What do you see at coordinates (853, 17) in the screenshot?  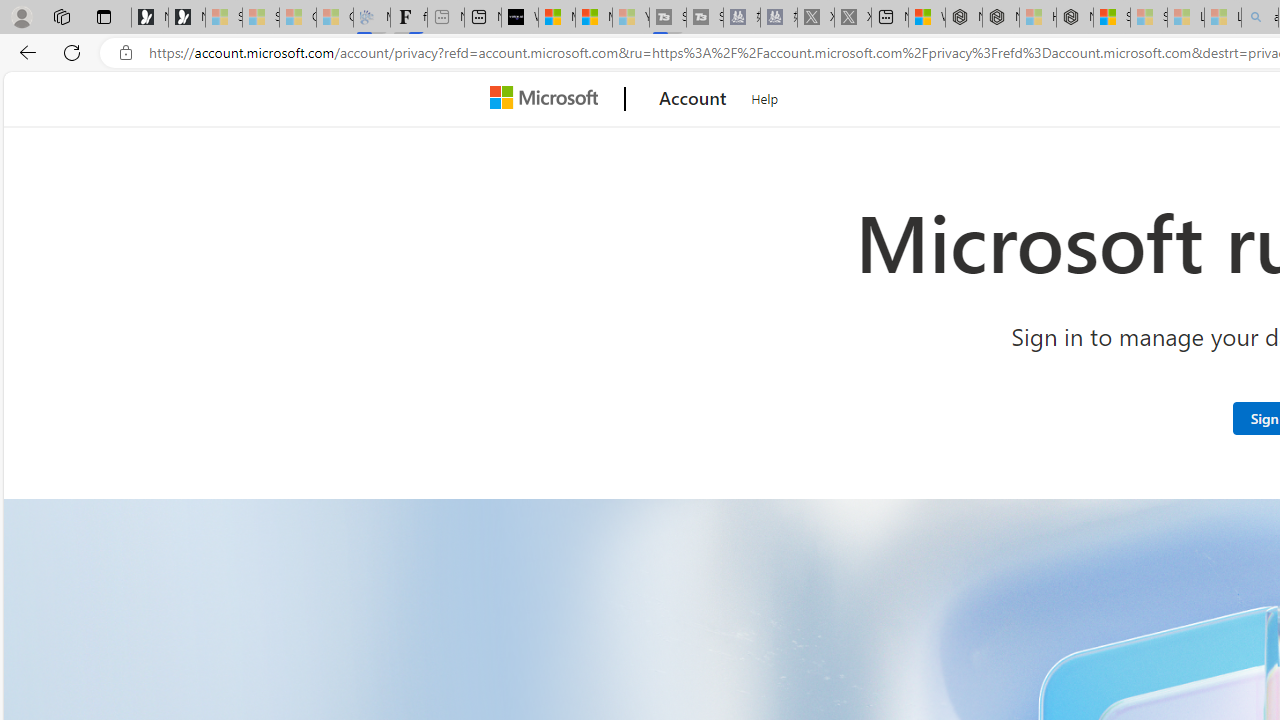 I see `'X - Sleeping'` at bounding box center [853, 17].